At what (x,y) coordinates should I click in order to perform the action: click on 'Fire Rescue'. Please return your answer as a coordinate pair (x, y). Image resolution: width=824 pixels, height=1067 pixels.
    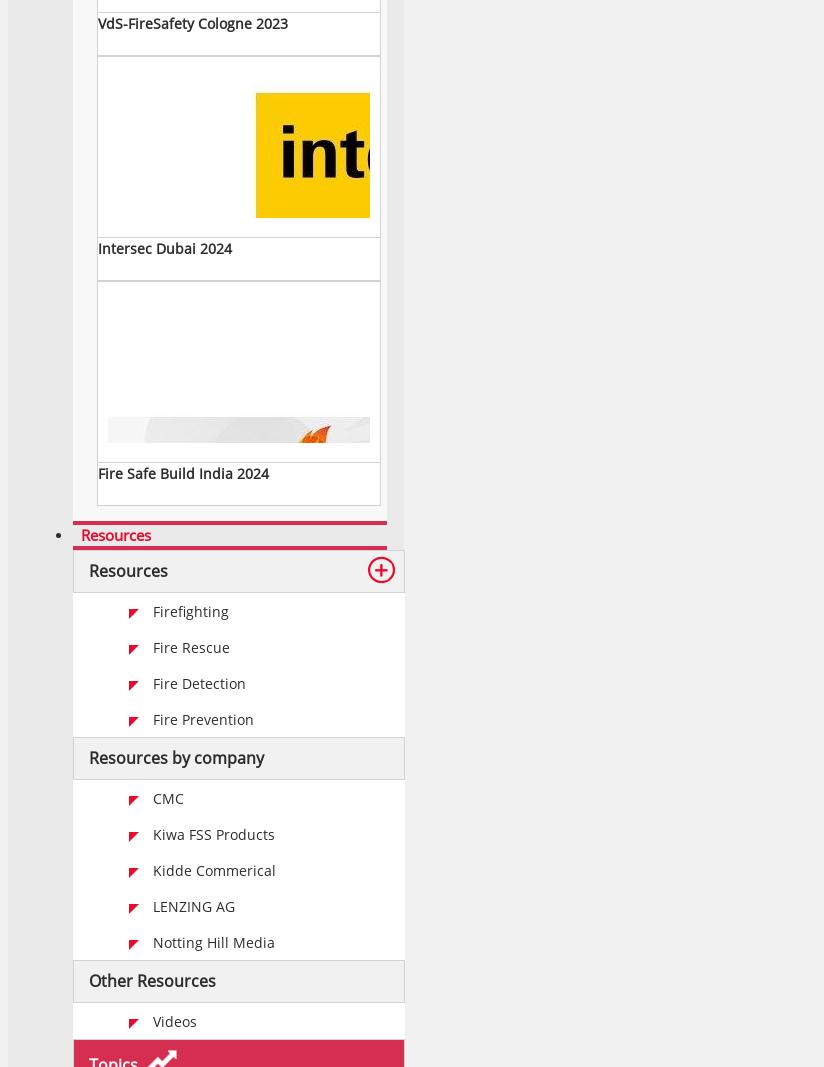
    Looking at the image, I should click on (152, 647).